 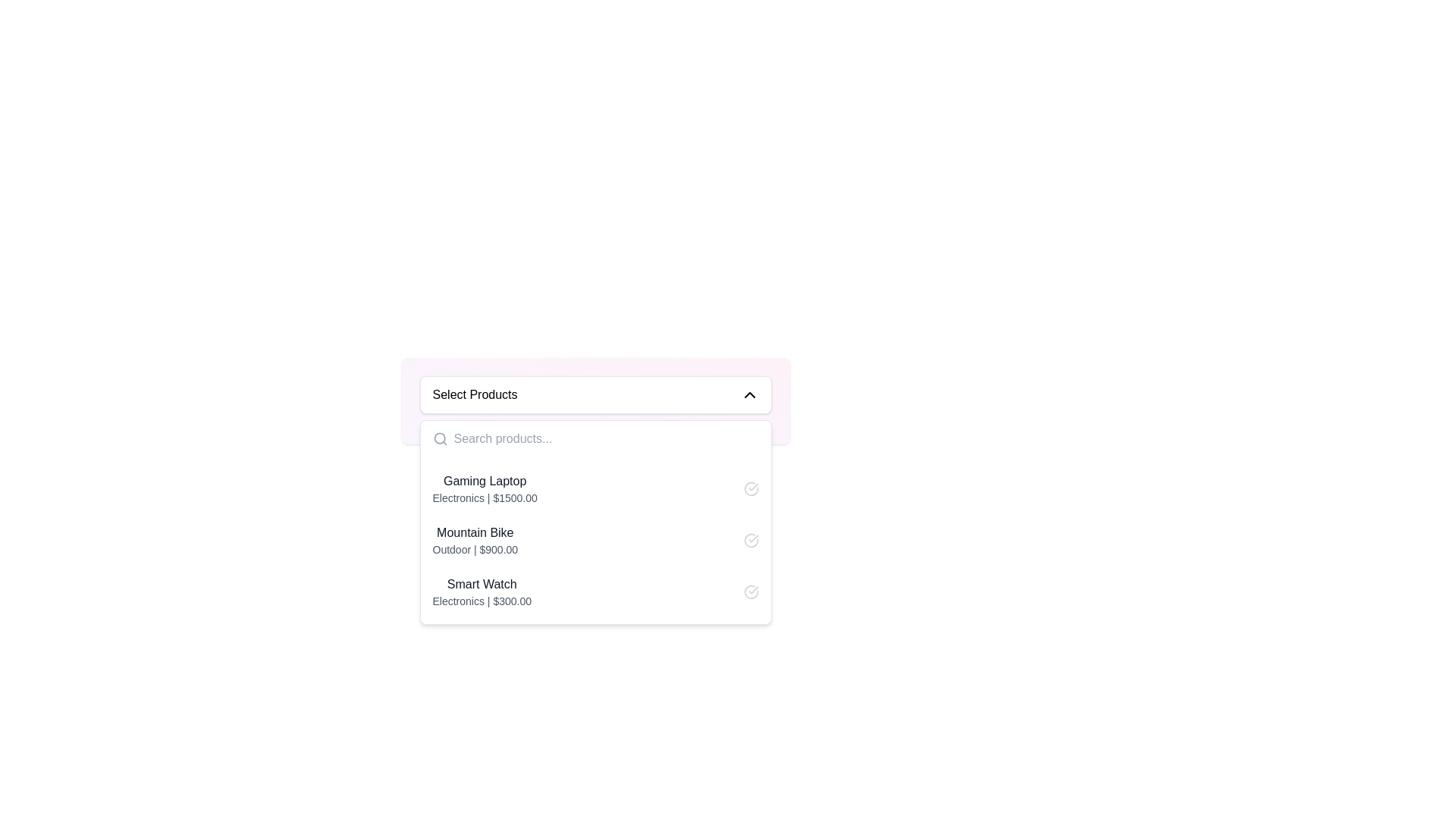 What do you see at coordinates (484, 497) in the screenshot?
I see `the static text label reading 'Electronics | $1500.00', which is styled with a small gray font and appears below the bold 'Gaming Laptop' text in the dropdown menu under 'Select Products'` at bounding box center [484, 497].